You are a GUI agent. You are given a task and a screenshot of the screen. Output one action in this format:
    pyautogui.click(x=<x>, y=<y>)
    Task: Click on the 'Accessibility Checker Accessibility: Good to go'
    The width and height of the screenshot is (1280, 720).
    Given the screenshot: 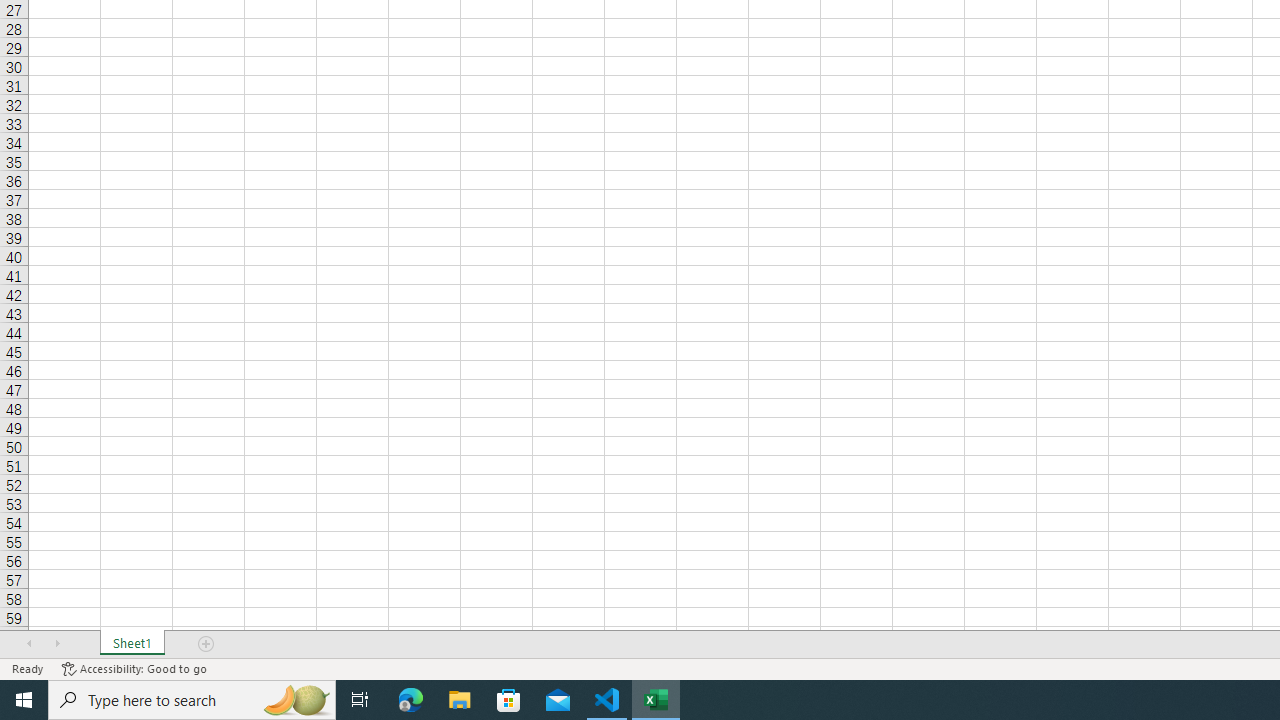 What is the action you would take?
    pyautogui.click(x=133, y=669)
    